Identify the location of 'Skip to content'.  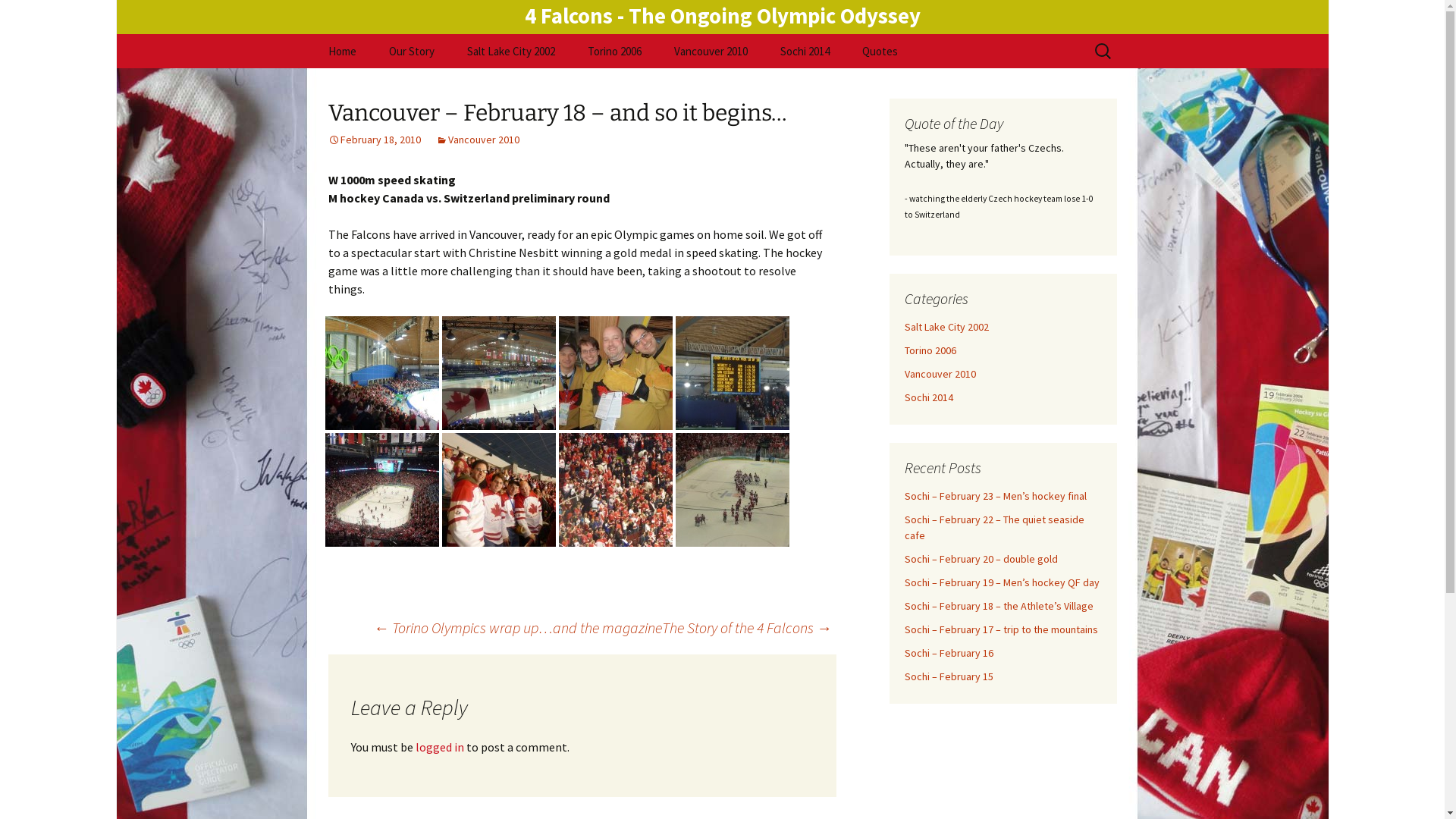
(312, 33).